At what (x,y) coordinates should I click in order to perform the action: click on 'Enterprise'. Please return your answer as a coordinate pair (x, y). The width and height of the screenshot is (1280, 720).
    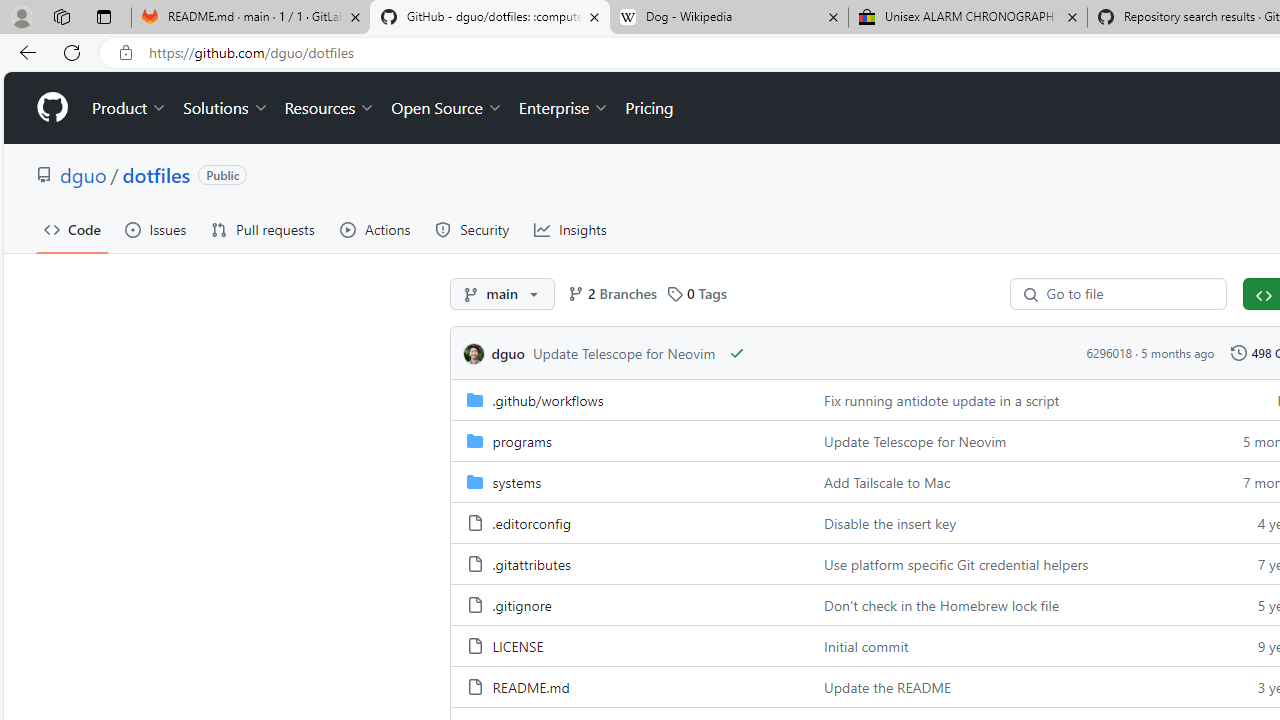
    Looking at the image, I should click on (562, 108).